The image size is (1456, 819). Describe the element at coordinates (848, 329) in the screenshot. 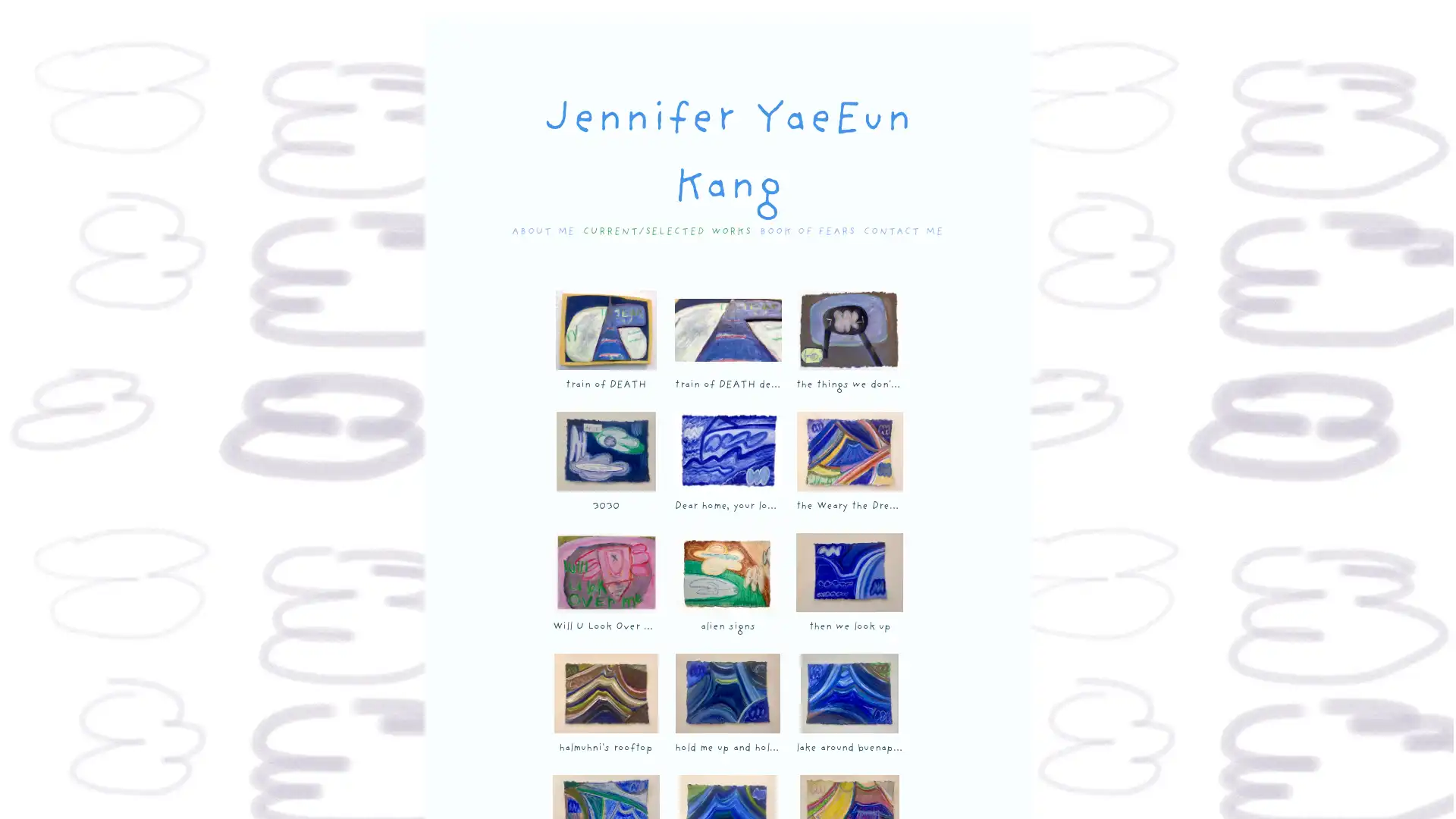

I see `View fullsize the things we don't say` at that location.